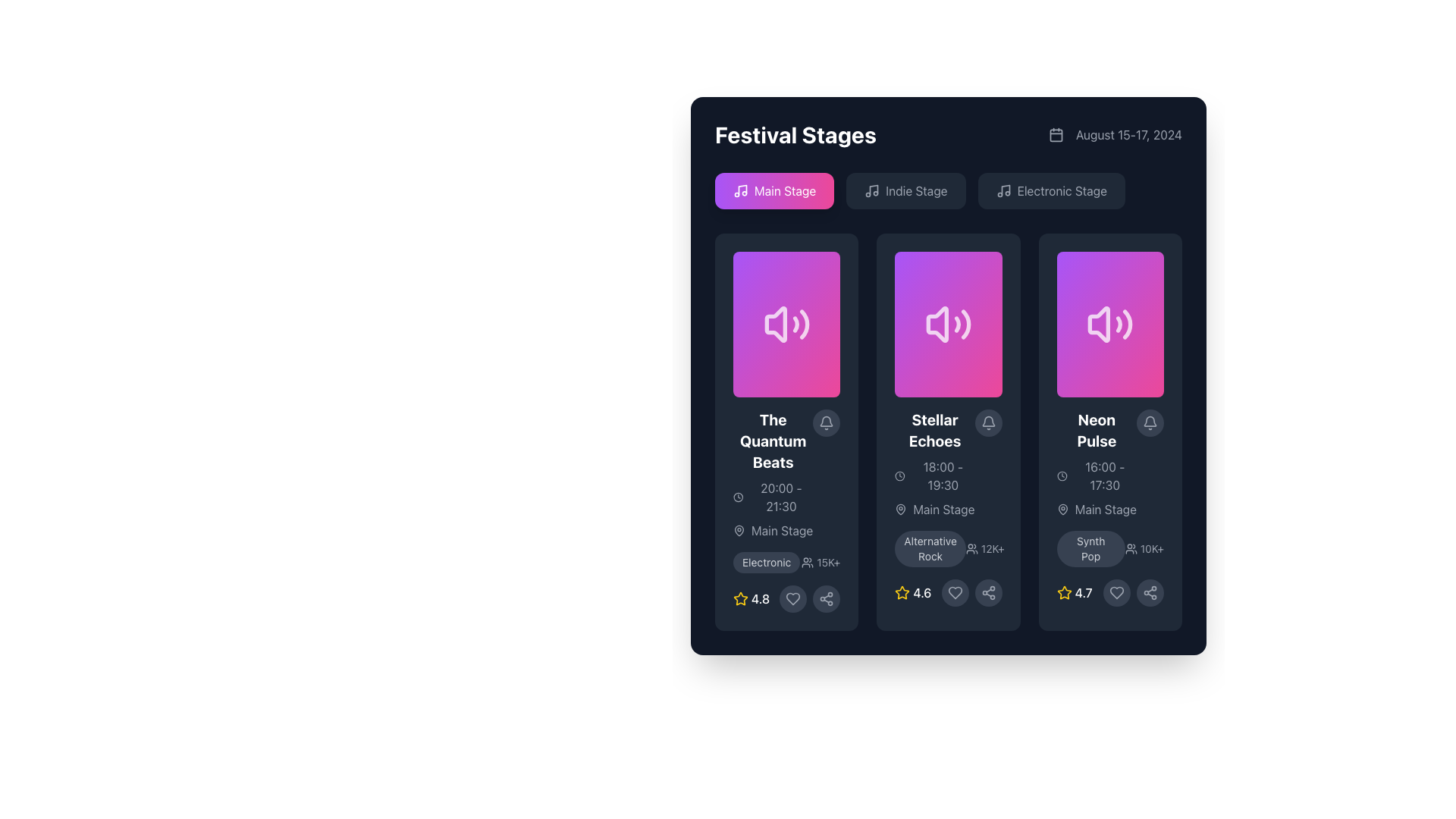  I want to click on the popularity icon and text label indicating attendance size for the event associated with 'Stellar Echoes' and 'Alternative Rock', so click(985, 549).